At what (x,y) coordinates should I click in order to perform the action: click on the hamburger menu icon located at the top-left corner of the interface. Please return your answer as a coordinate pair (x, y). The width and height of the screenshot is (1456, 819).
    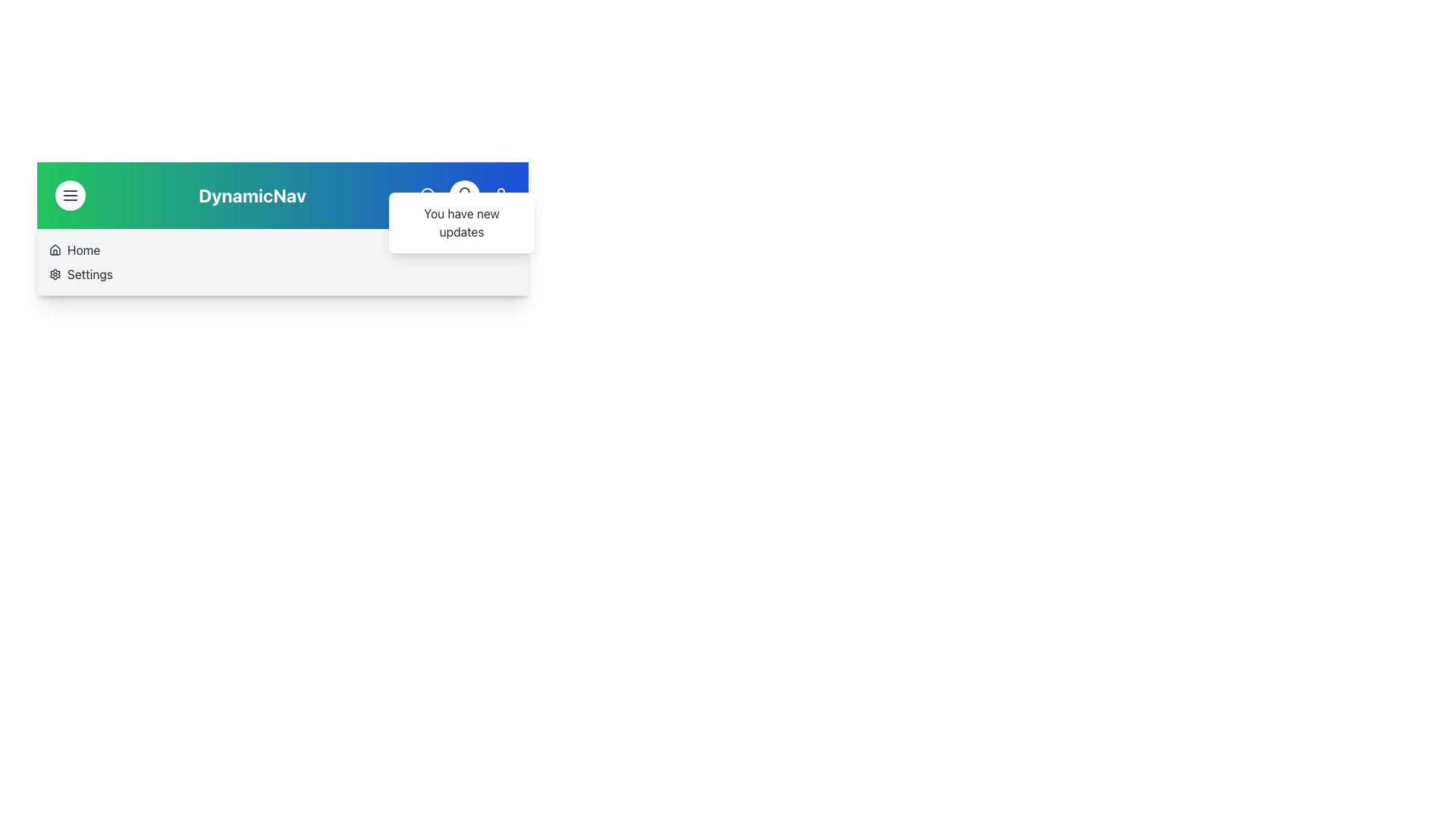
    Looking at the image, I should click on (69, 195).